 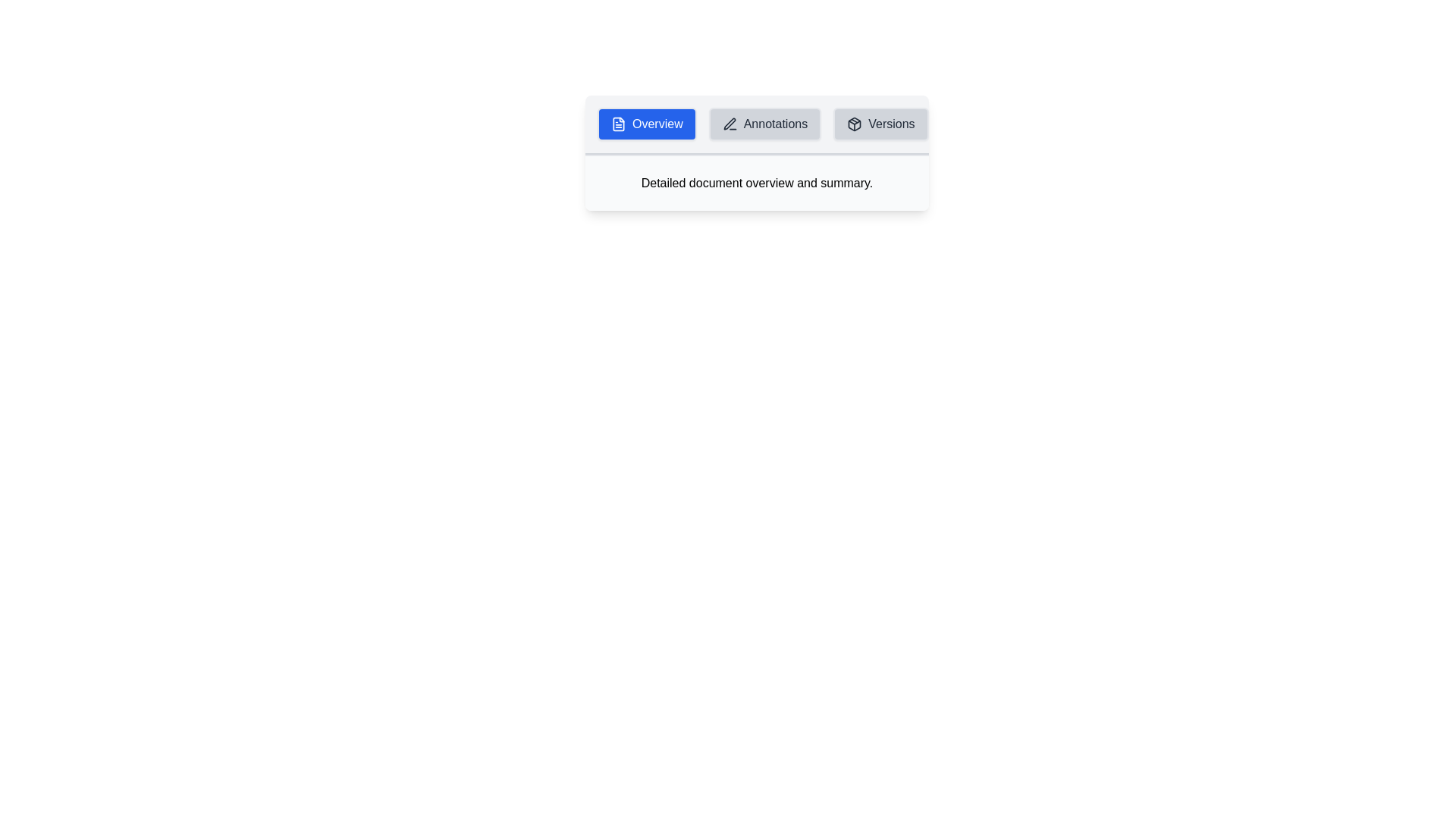 I want to click on the Overview tab by clicking on it, so click(x=647, y=124).